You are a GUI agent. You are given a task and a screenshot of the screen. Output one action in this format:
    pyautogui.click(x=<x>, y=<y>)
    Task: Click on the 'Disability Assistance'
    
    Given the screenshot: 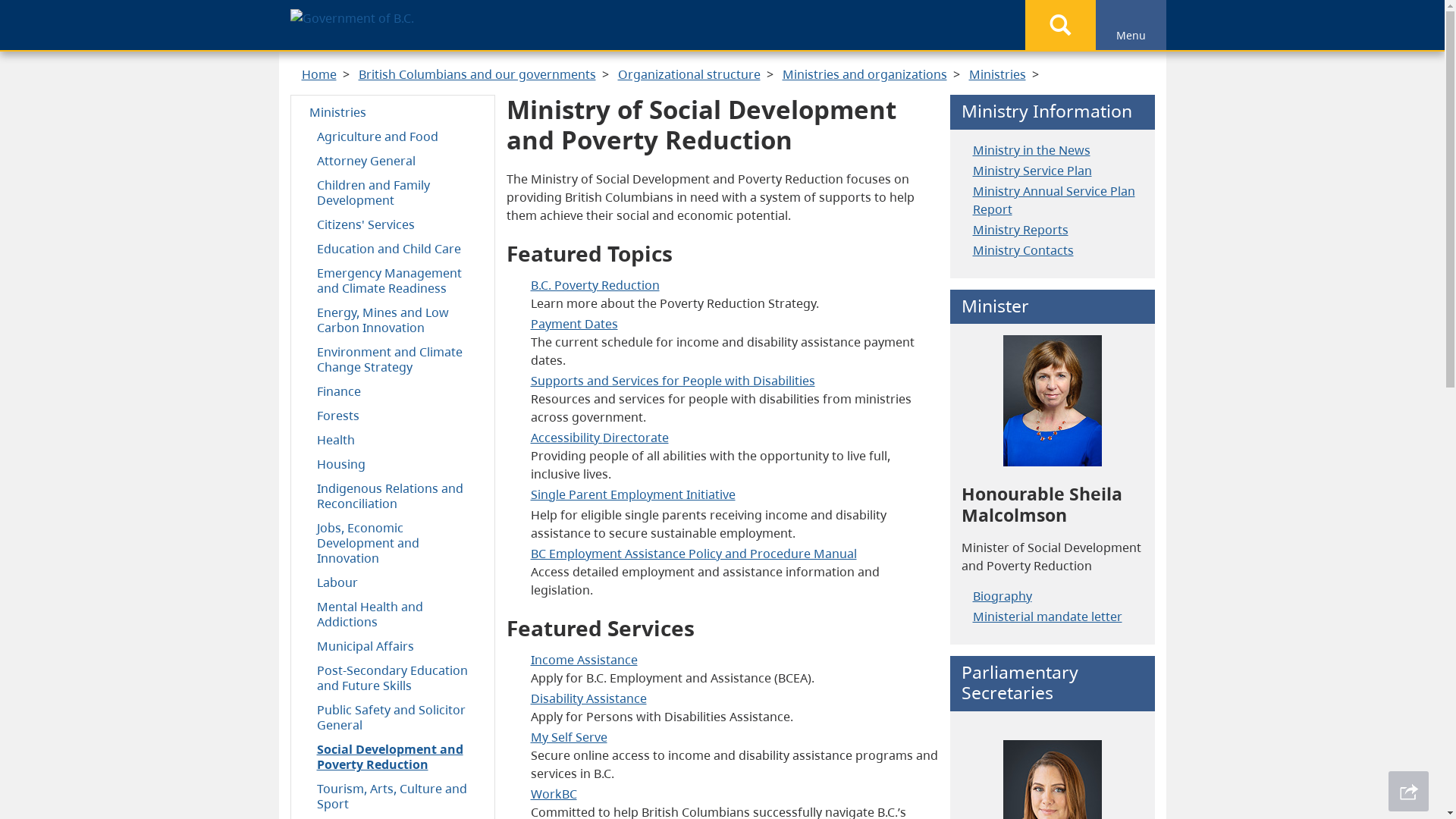 What is the action you would take?
    pyautogui.click(x=588, y=698)
    